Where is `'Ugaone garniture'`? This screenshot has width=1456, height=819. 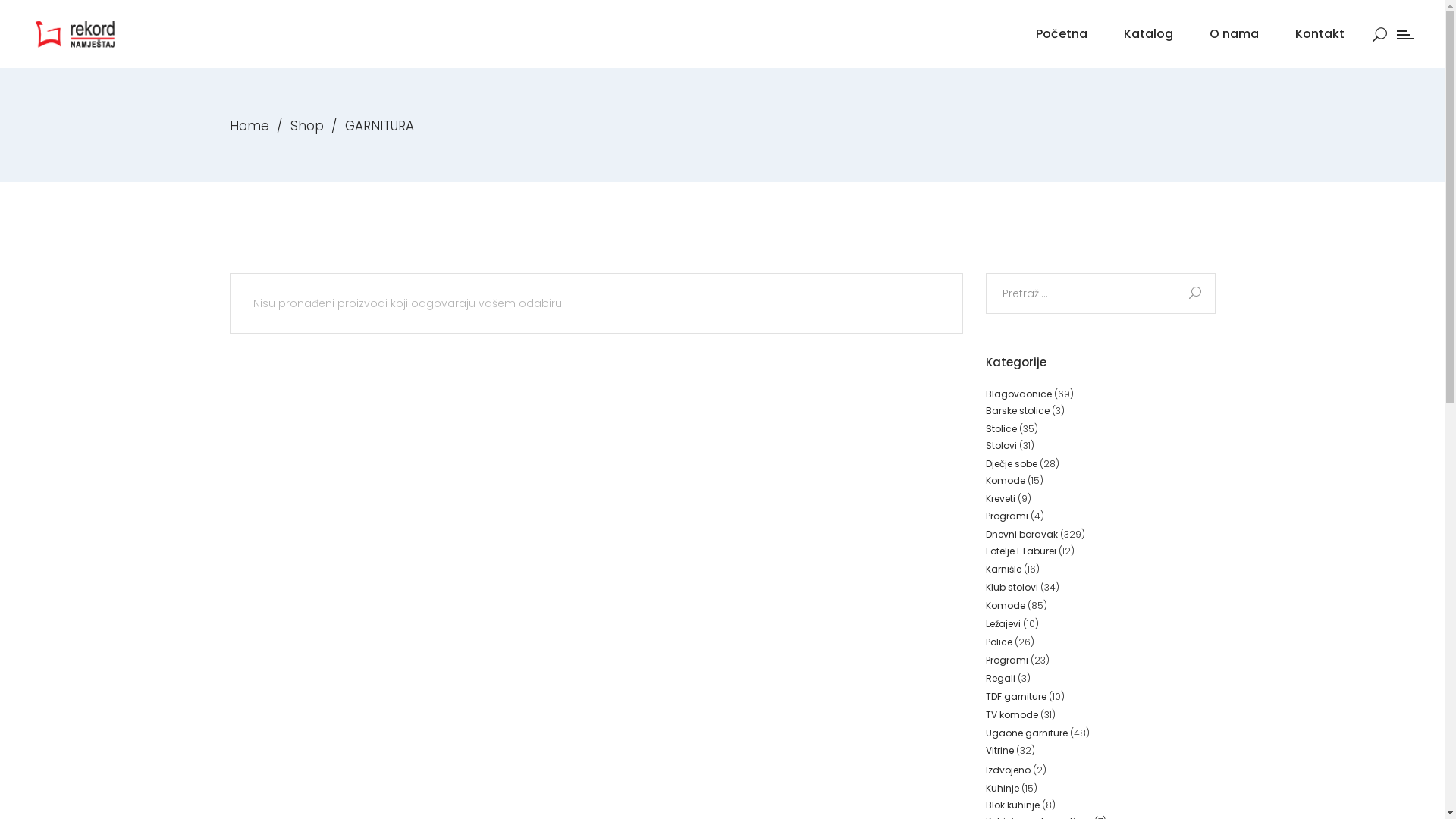
'Ugaone garniture' is located at coordinates (1026, 732).